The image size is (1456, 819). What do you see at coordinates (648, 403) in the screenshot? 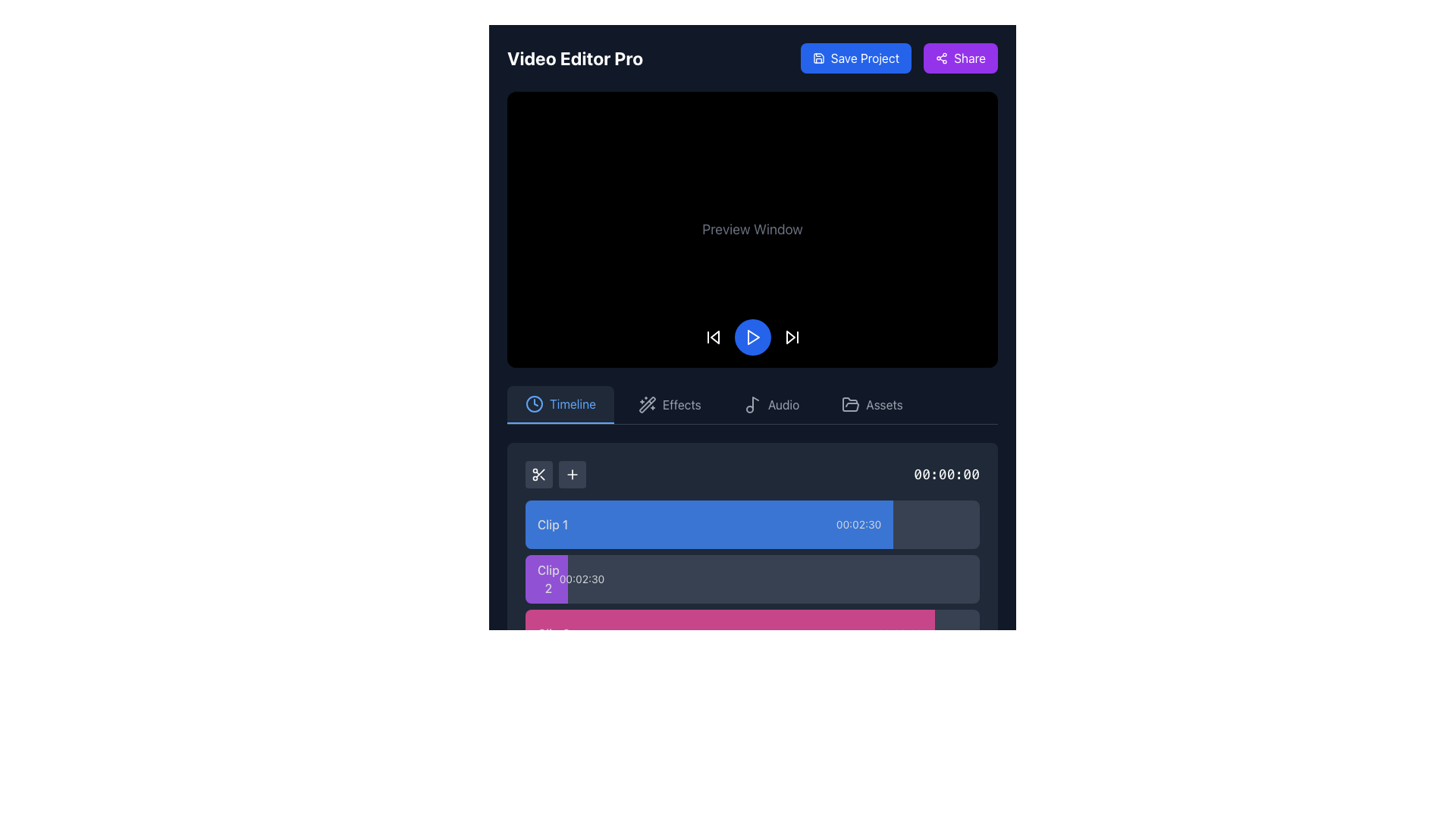
I see `the wand sparkles icon in the toolbar` at bounding box center [648, 403].